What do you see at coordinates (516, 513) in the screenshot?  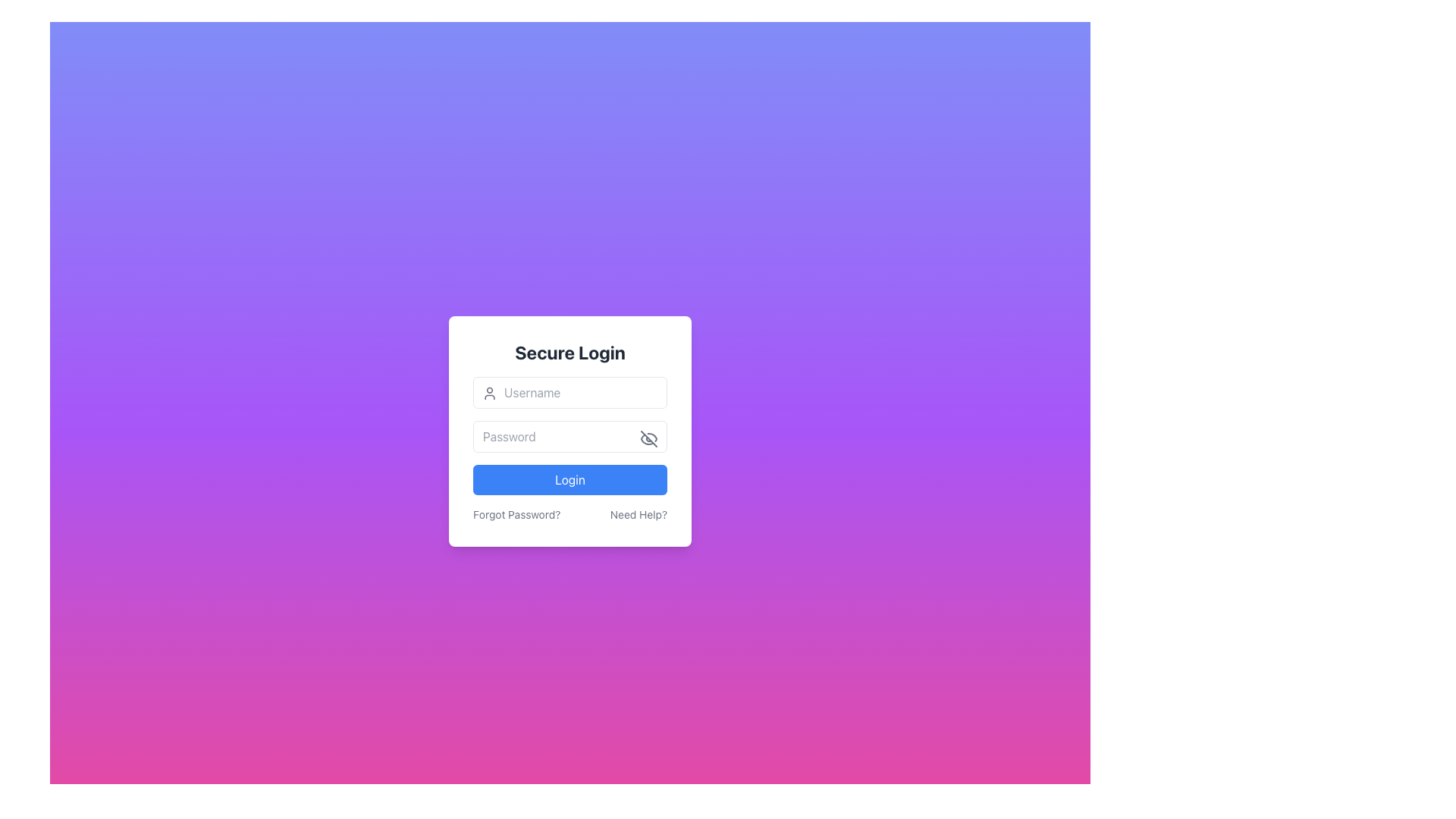 I see `the hyperlink located in the bottom left corner beneath the 'Login' button` at bounding box center [516, 513].